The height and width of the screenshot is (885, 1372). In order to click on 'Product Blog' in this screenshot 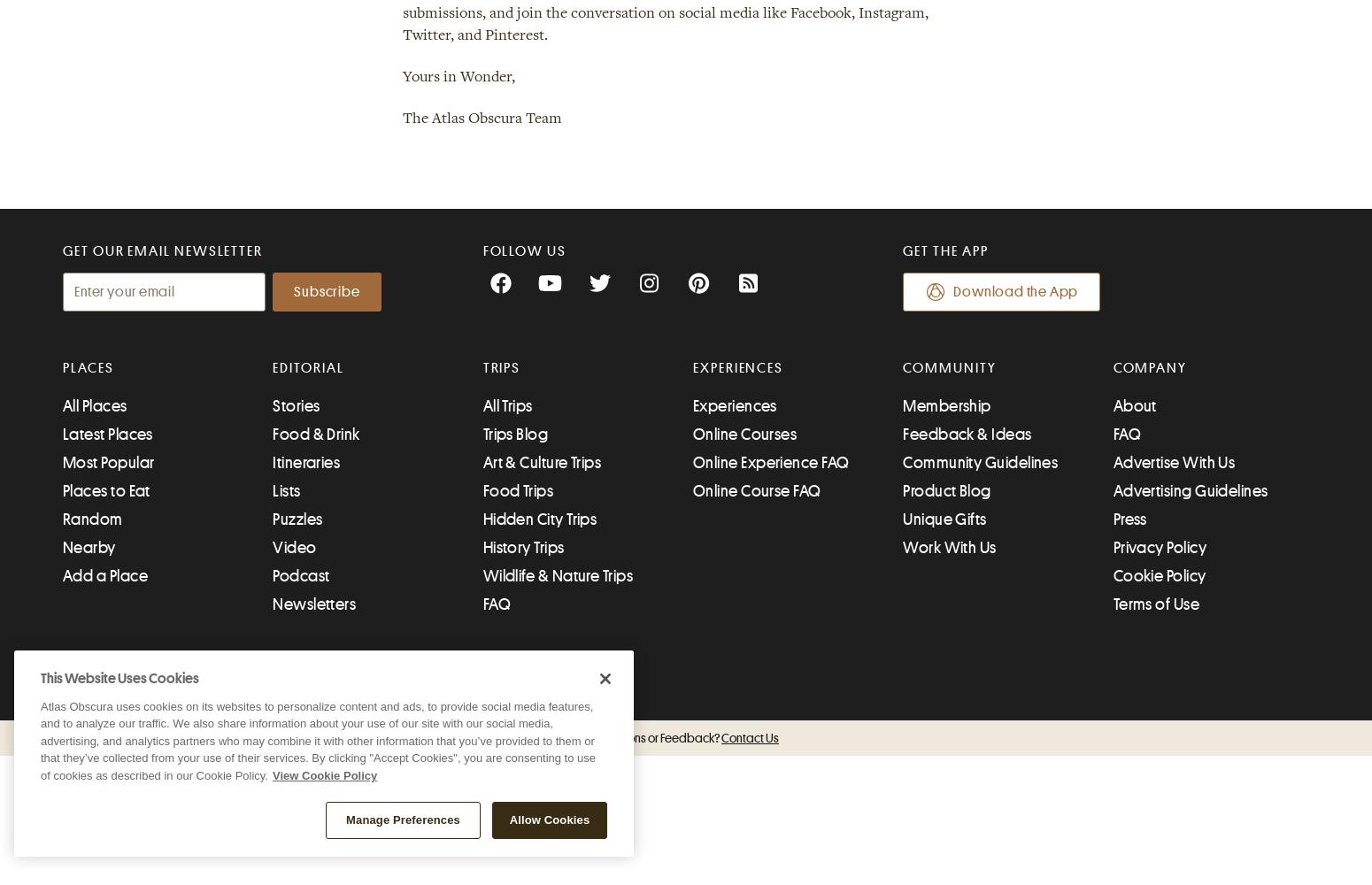, I will do `click(946, 491)`.